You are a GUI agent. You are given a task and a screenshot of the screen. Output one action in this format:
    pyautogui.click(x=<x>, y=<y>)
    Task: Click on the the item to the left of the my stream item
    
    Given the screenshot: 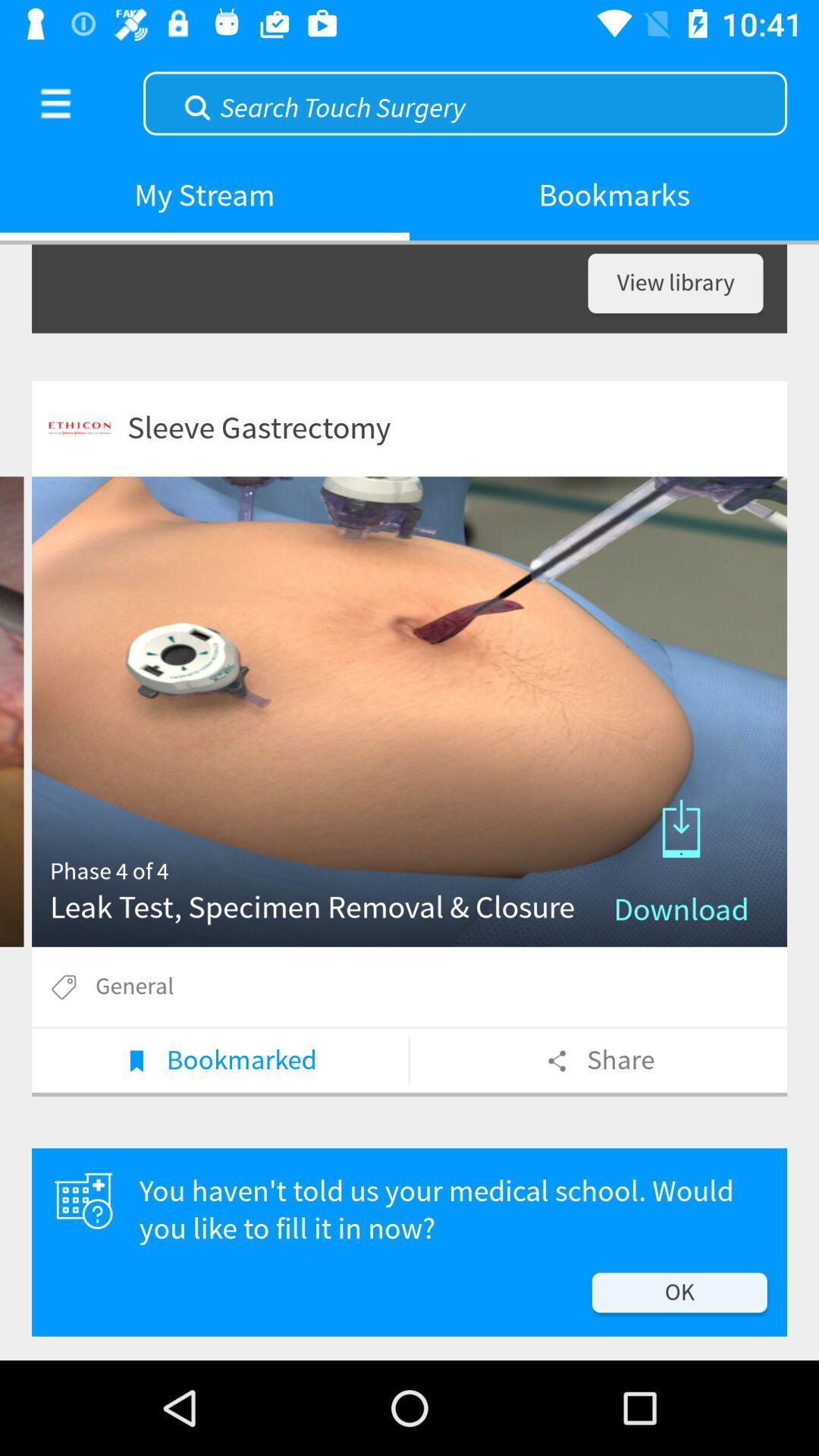 What is the action you would take?
    pyautogui.click(x=55, y=102)
    